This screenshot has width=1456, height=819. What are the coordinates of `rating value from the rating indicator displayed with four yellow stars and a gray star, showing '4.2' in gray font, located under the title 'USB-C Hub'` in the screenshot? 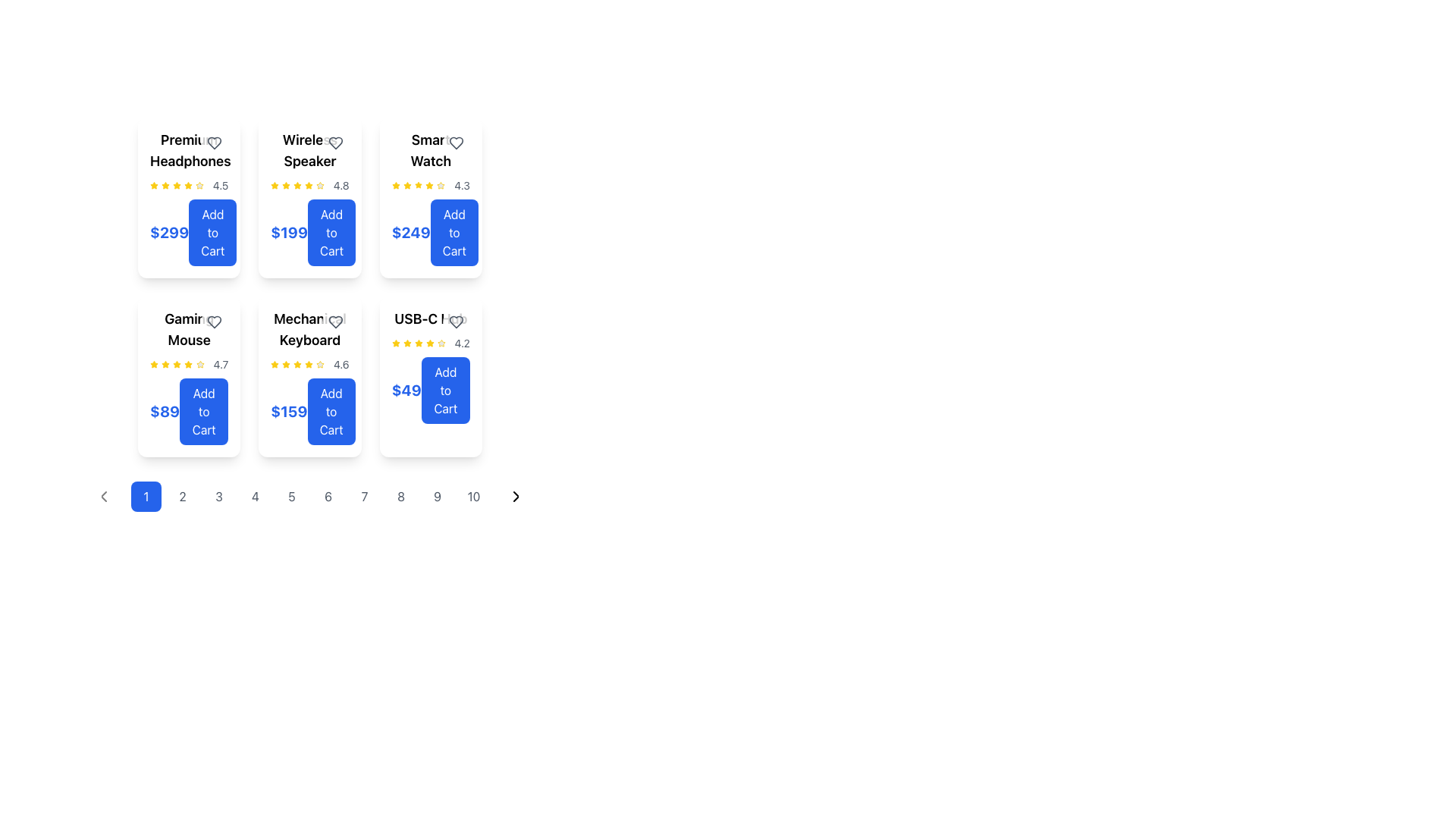 It's located at (430, 343).